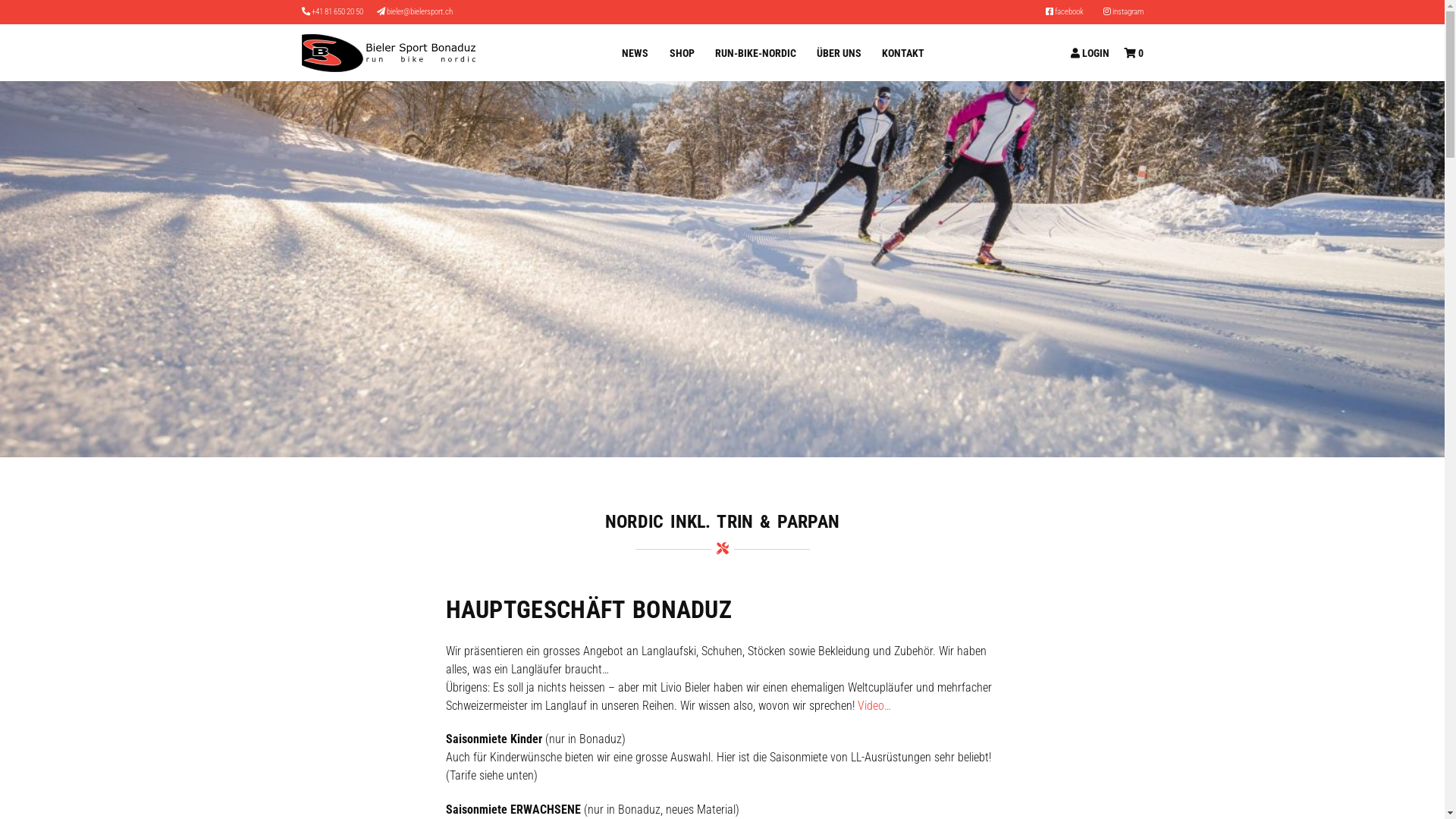 The height and width of the screenshot is (819, 1456). Describe the element at coordinates (1133, 52) in the screenshot. I see `'0'` at that location.